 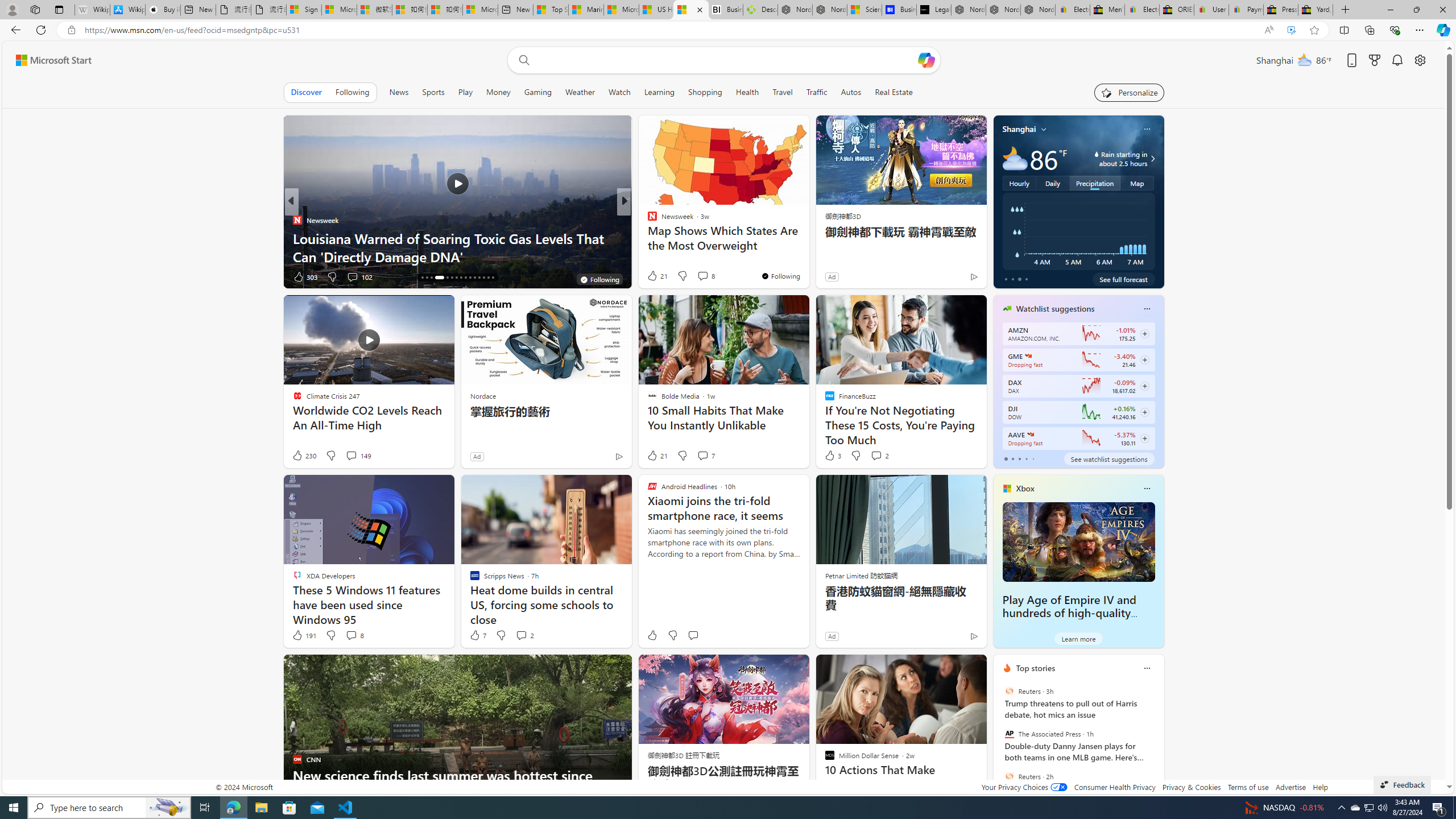 I want to click on 'MSNBC', so click(x=647, y=220).